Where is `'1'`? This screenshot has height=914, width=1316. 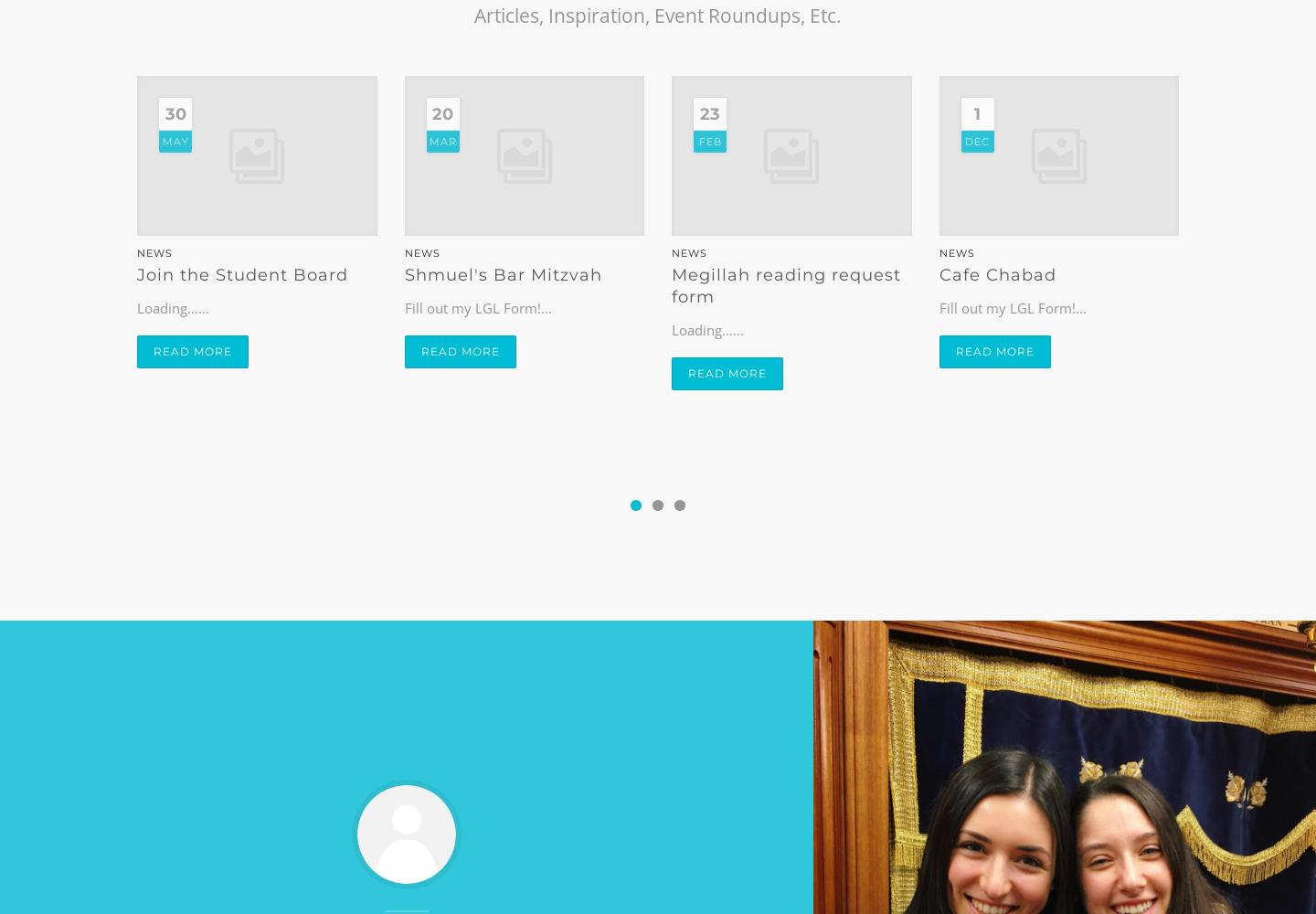
'1' is located at coordinates (977, 114).